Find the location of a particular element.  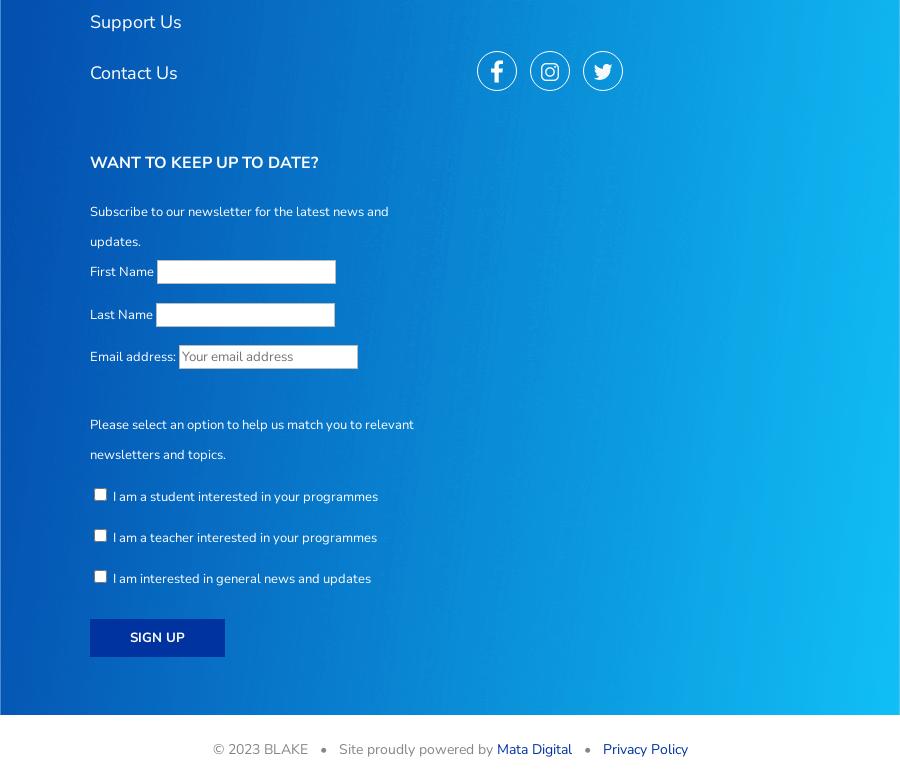

'Please select an option to help us match you to relevant newsletters and topics.' is located at coordinates (251, 439).